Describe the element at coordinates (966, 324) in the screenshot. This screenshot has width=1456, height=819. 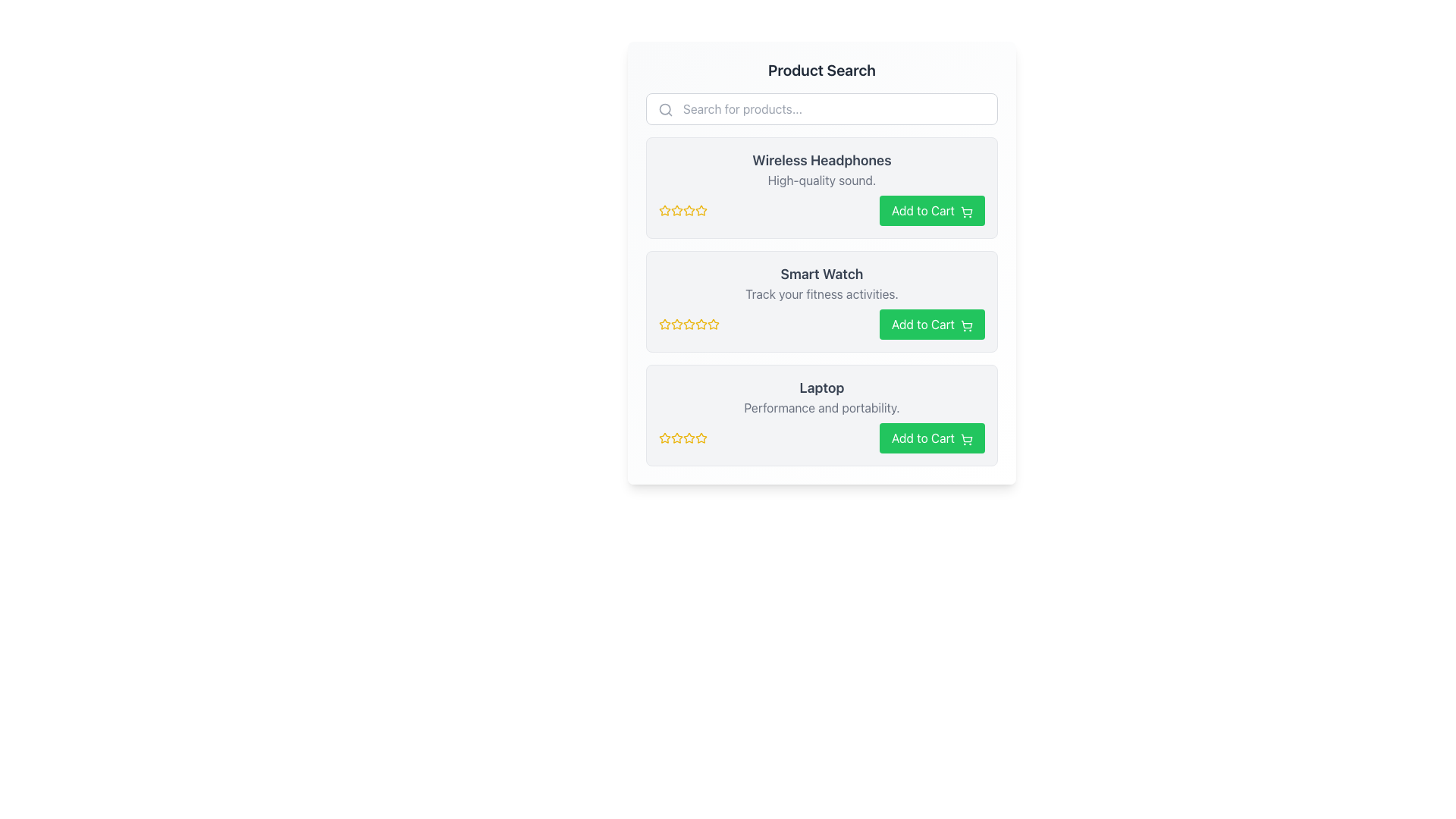
I see `the decorative icon that indicates the 'Add to Cart' function, which is located on the right edge of the second 'Add to Cart' button` at that location.